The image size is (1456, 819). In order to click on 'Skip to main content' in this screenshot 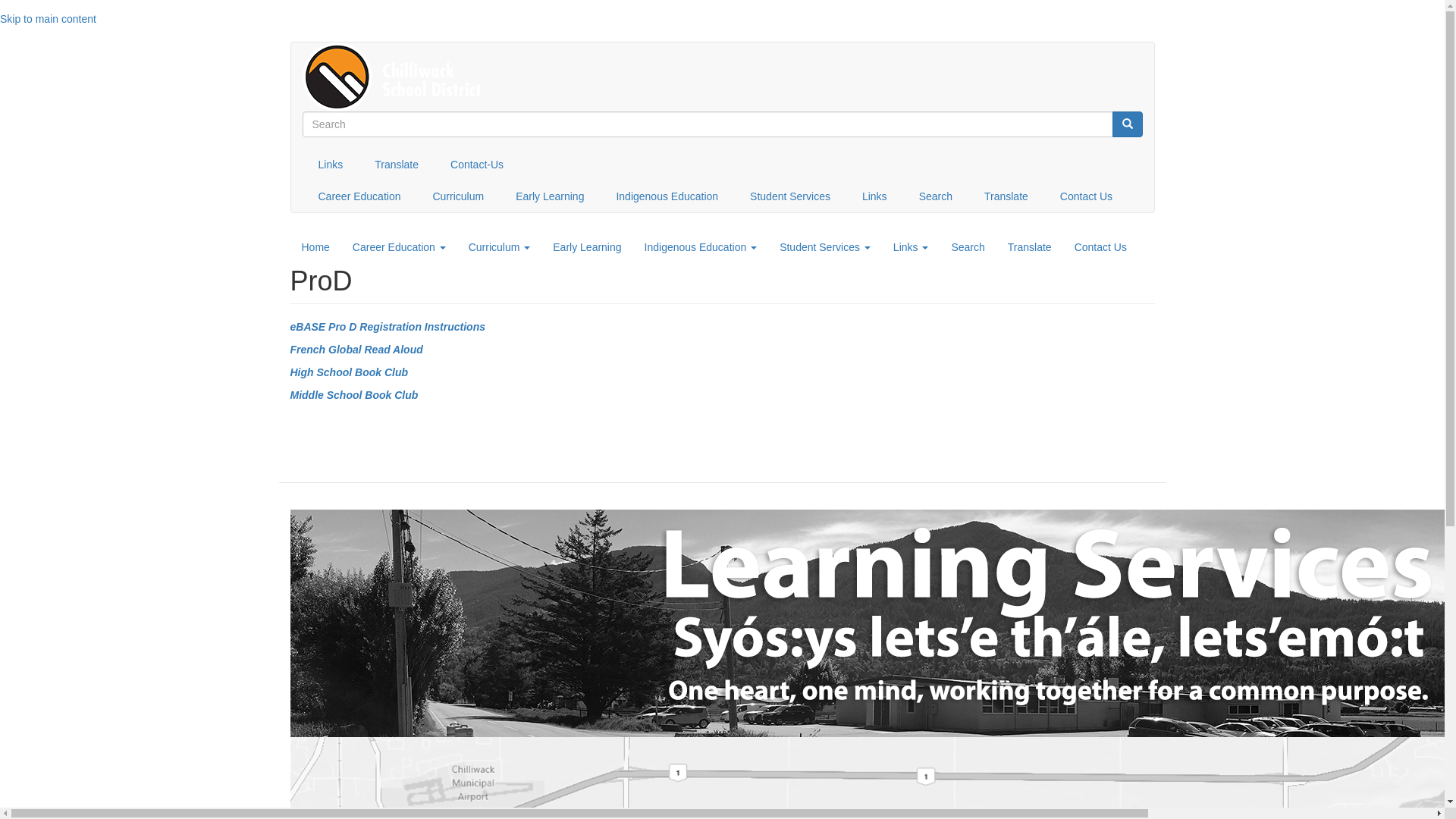, I will do `click(48, 18)`.